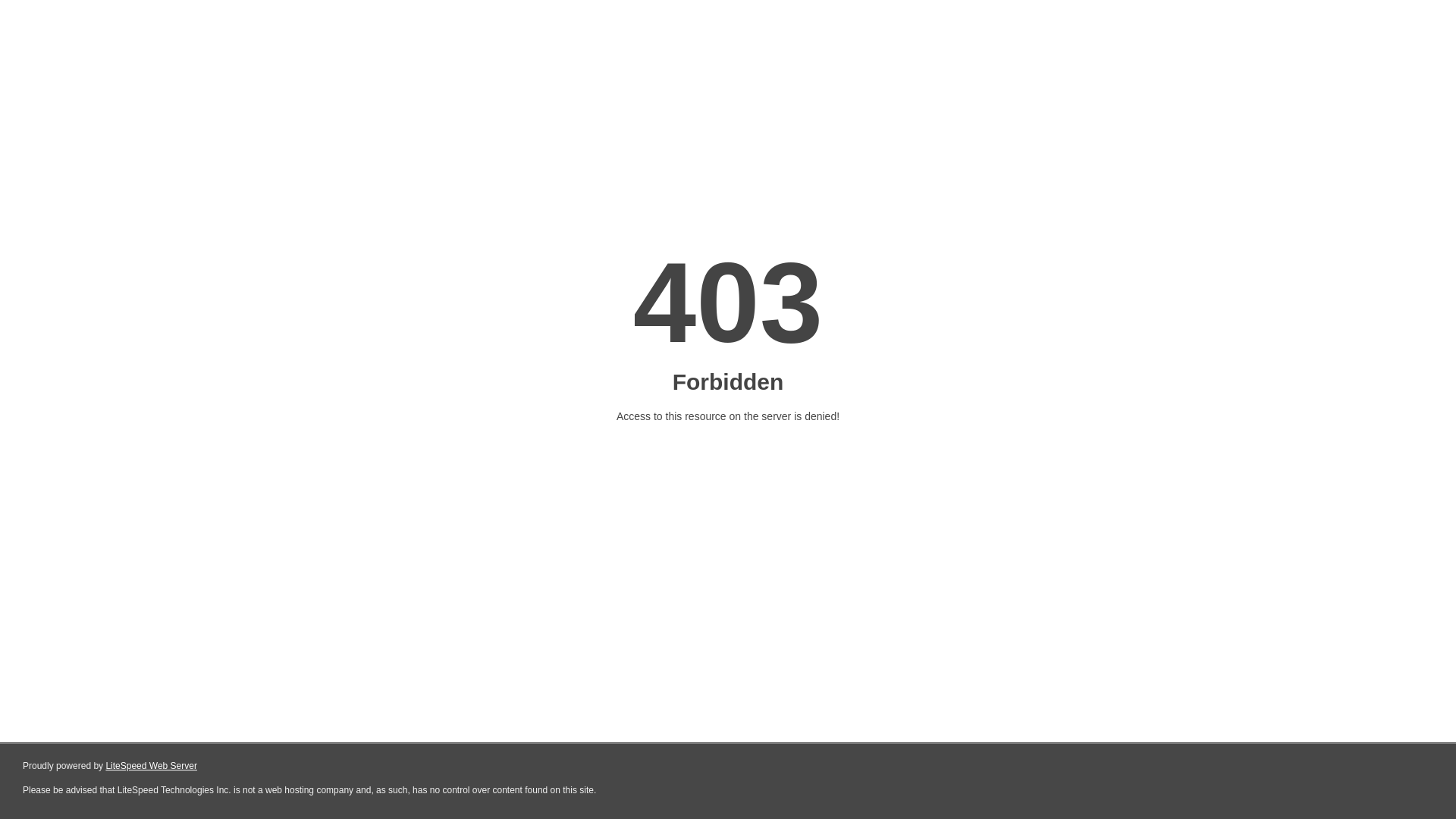 This screenshot has width=1456, height=819. Describe the element at coordinates (151, 766) in the screenshot. I see `'LiteSpeed Web Server'` at that location.